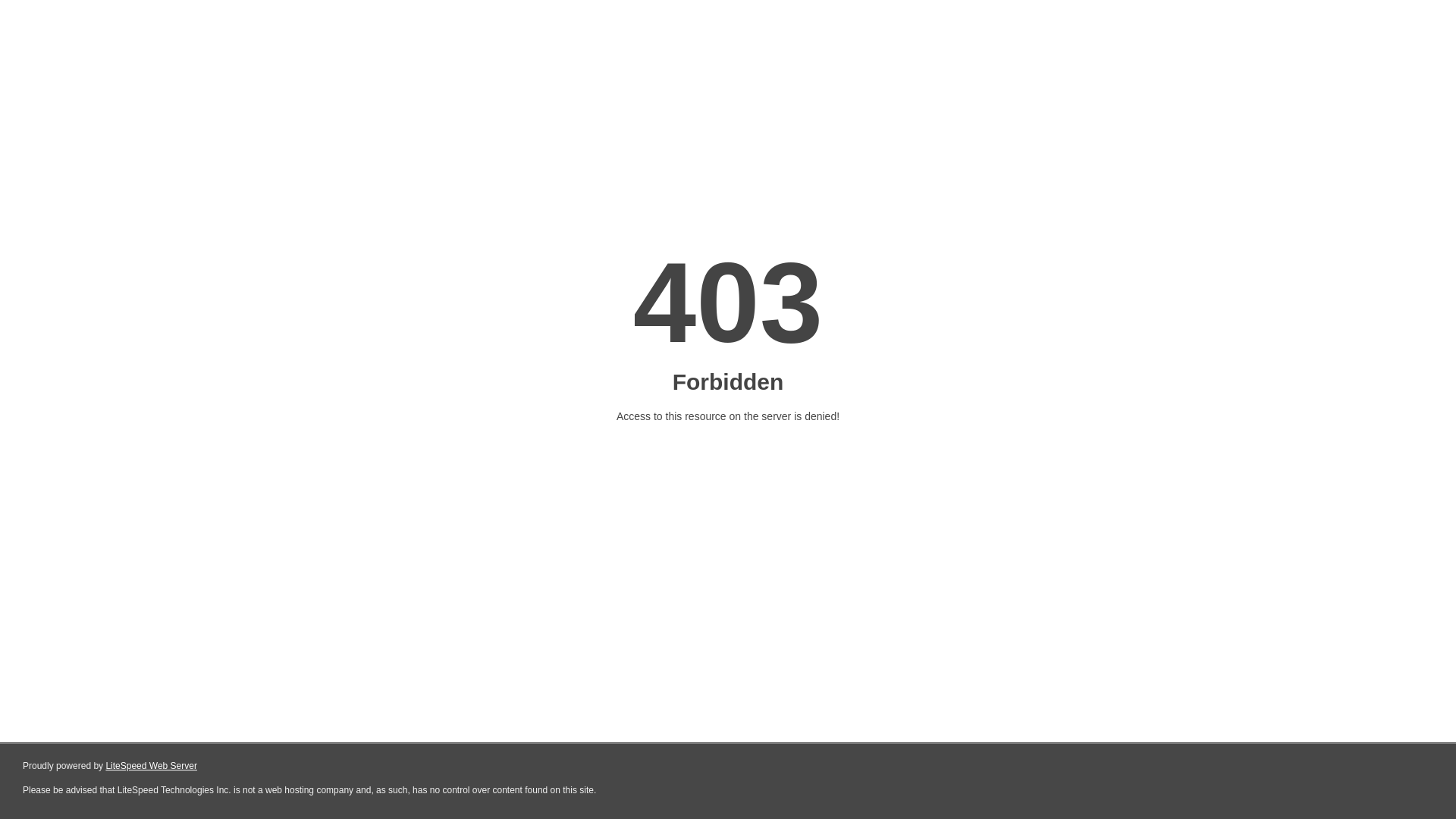 This screenshot has width=1456, height=819. Describe the element at coordinates (151, 766) in the screenshot. I see `'LiteSpeed Web Server'` at that location.